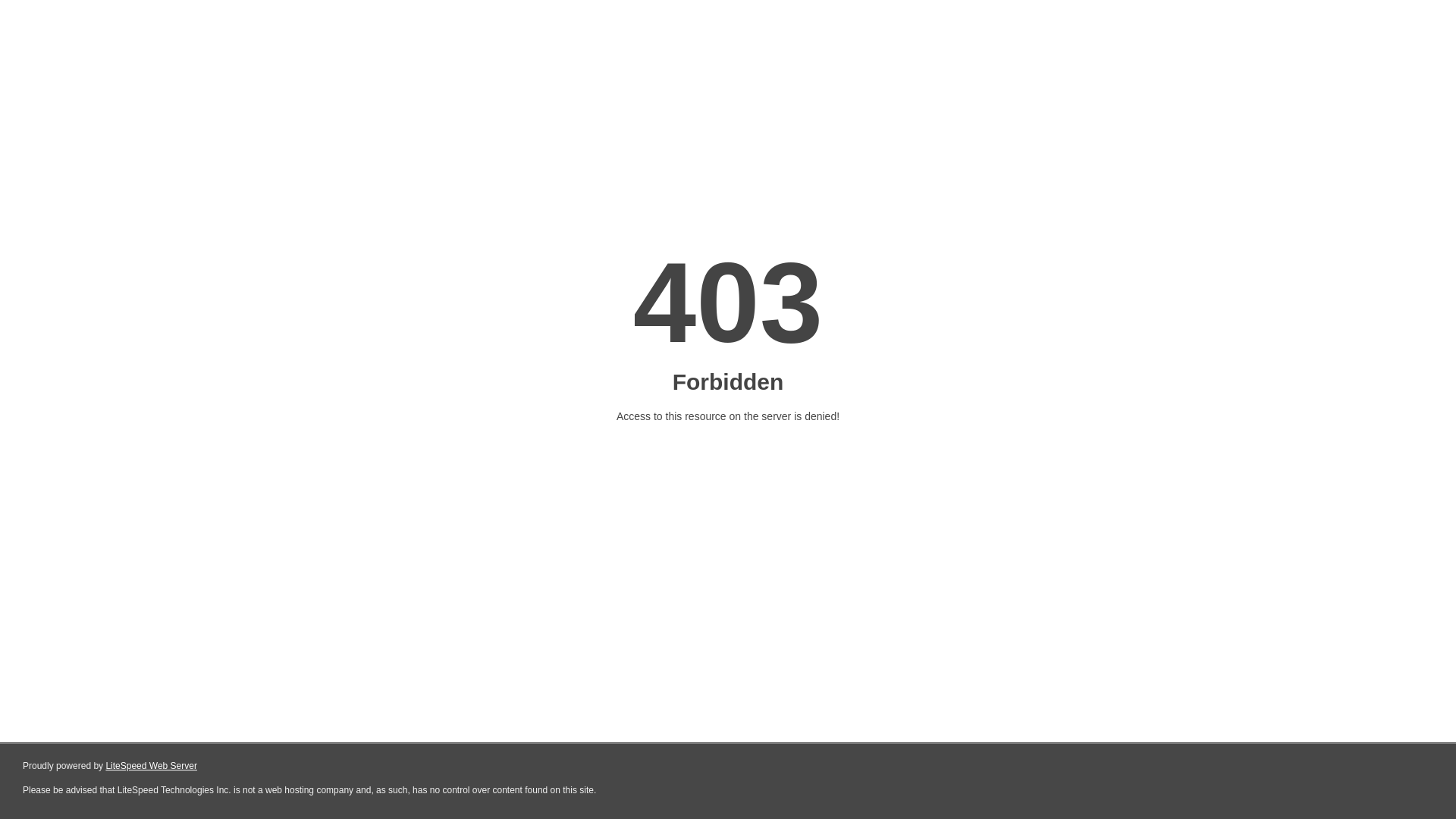 This screenshot has width=1456, height=819. Describe the element at coordinates (151, 766) in the screenshot. I see `'LiteSpeed Web Server'` at that location.